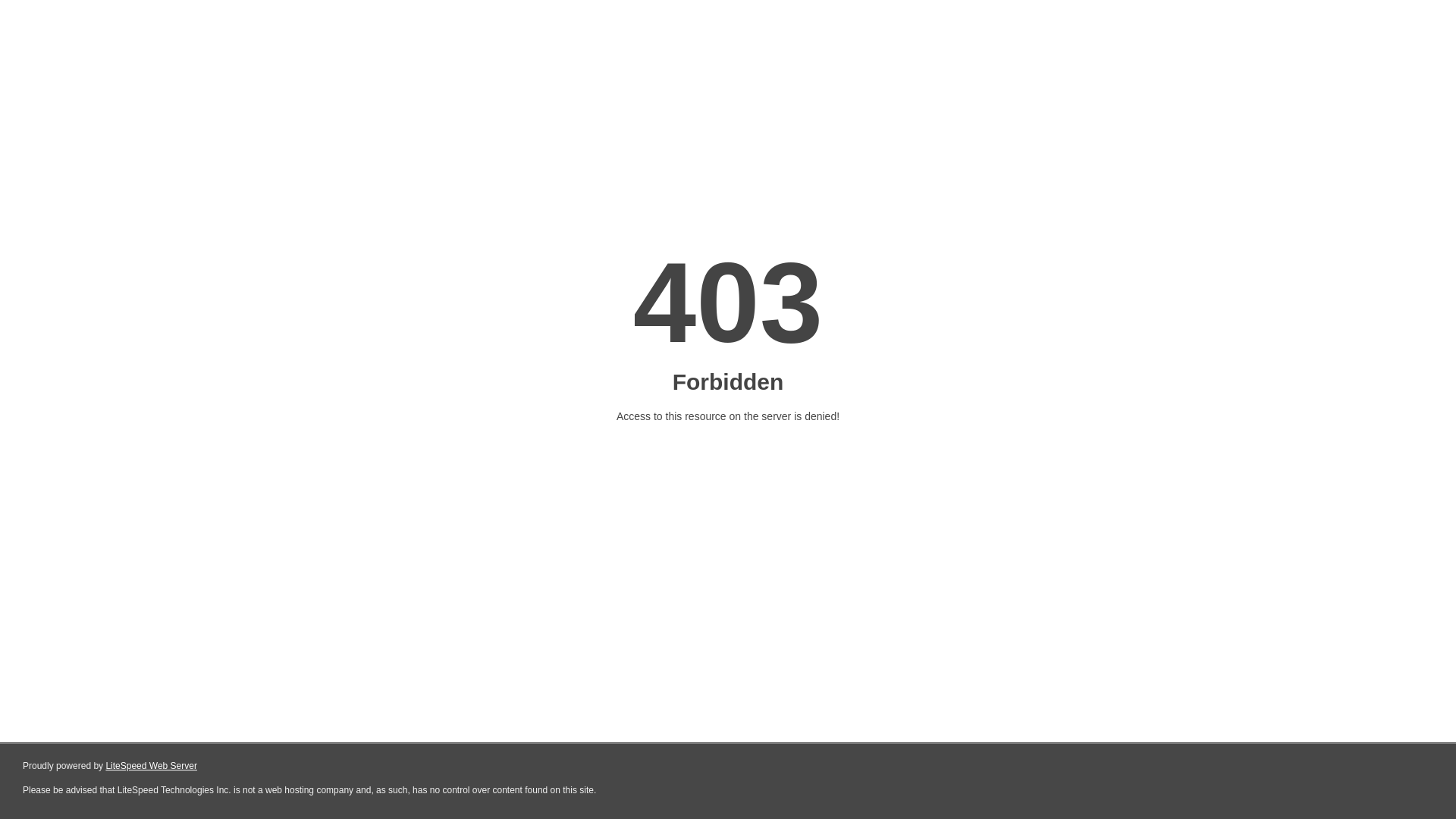 This screenshot has width=1456, height=819. Describe the element at coordinates (151, 766) in the screenshot. I see `'LiteSpeed Web Server'` at that location.